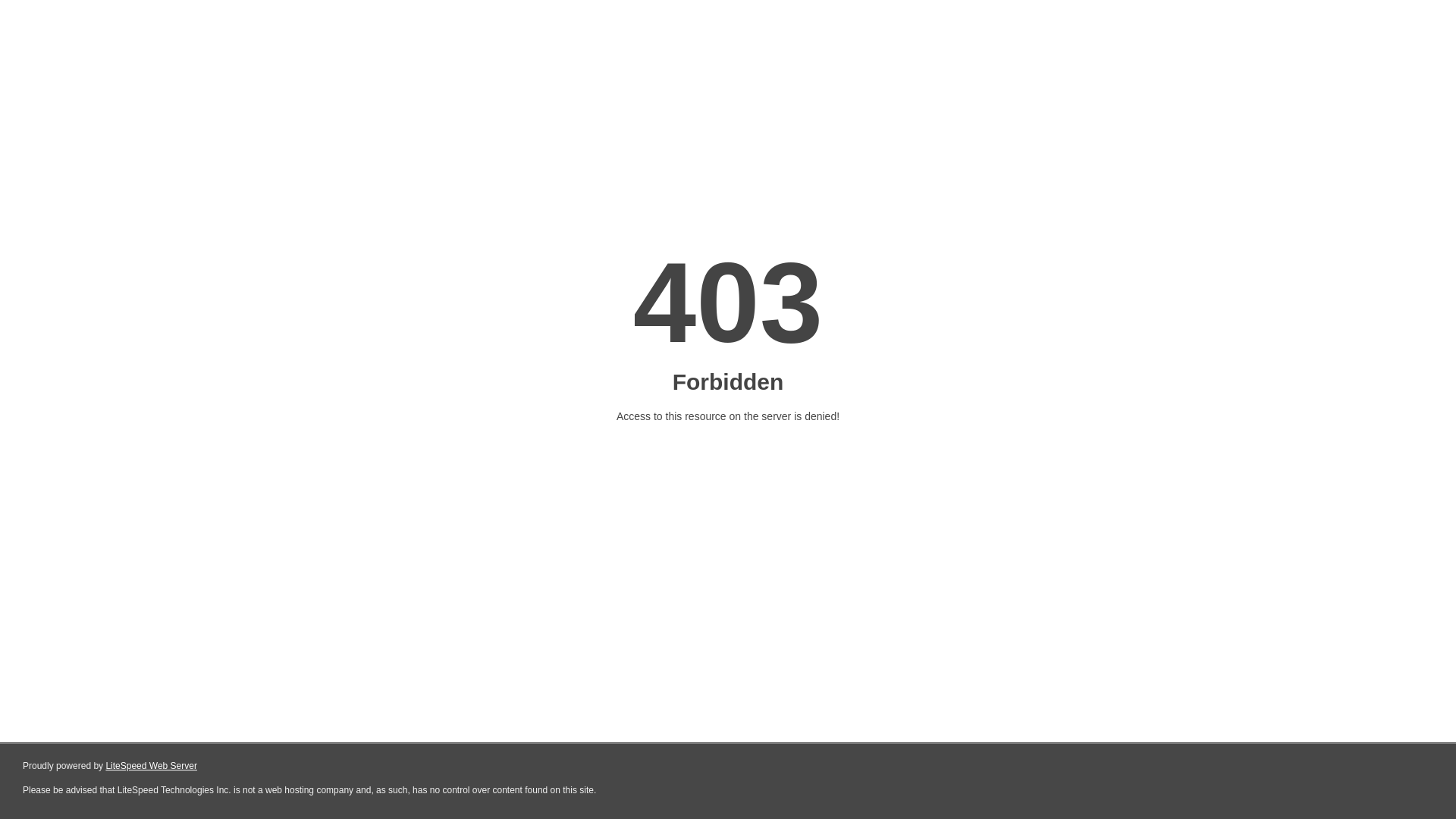 This screenshot has width=1456, height=819. Describe the element at coordinates (151, 766) in the screenshot. I see `'LiteSpeed Web Server'` at that location.